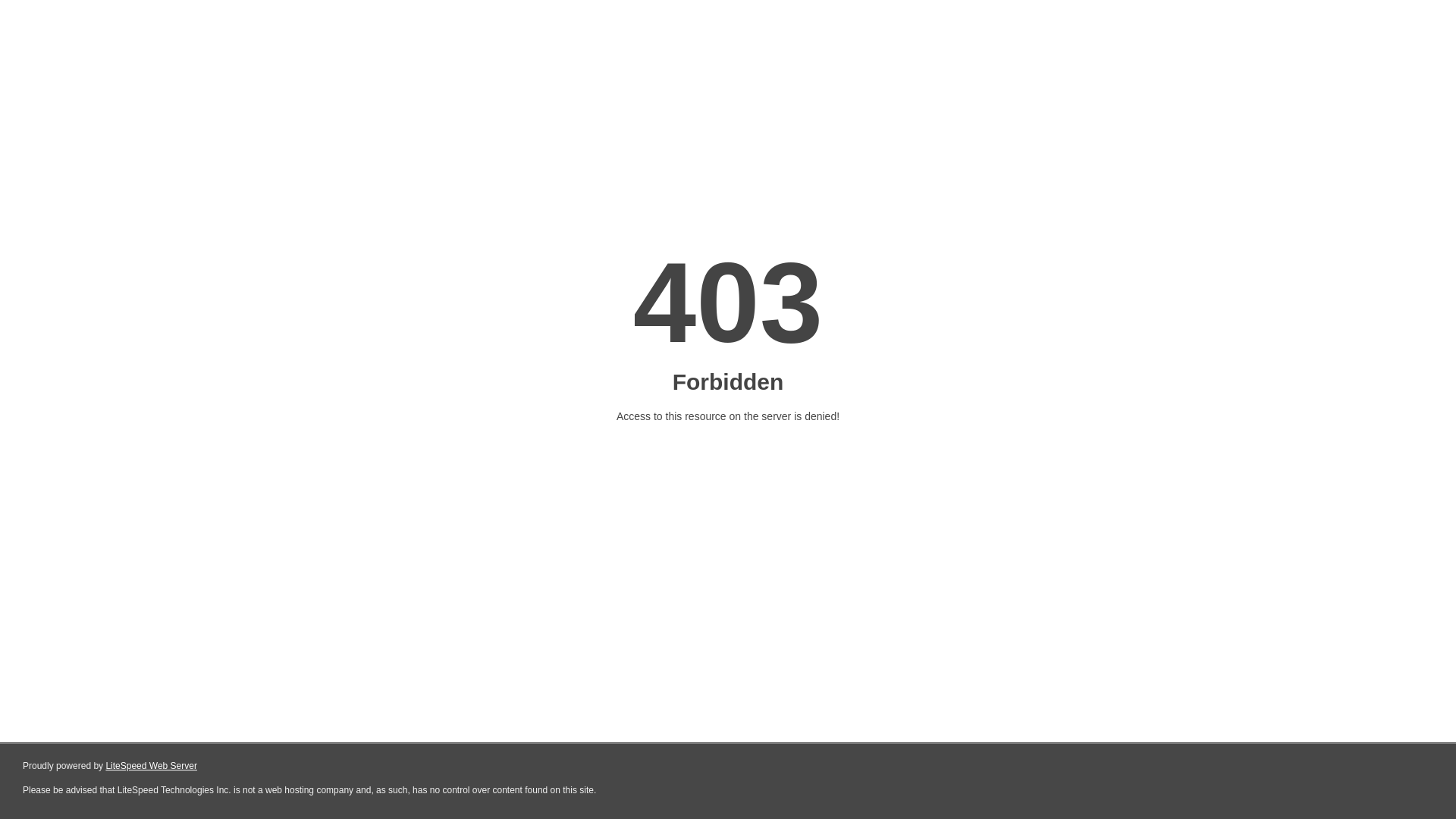 This screenshot has width=1456, height=819. Describe the element at coordinates (151, 766) in the screenshot. I see `'LiteSpeed Web Server'` at that location.